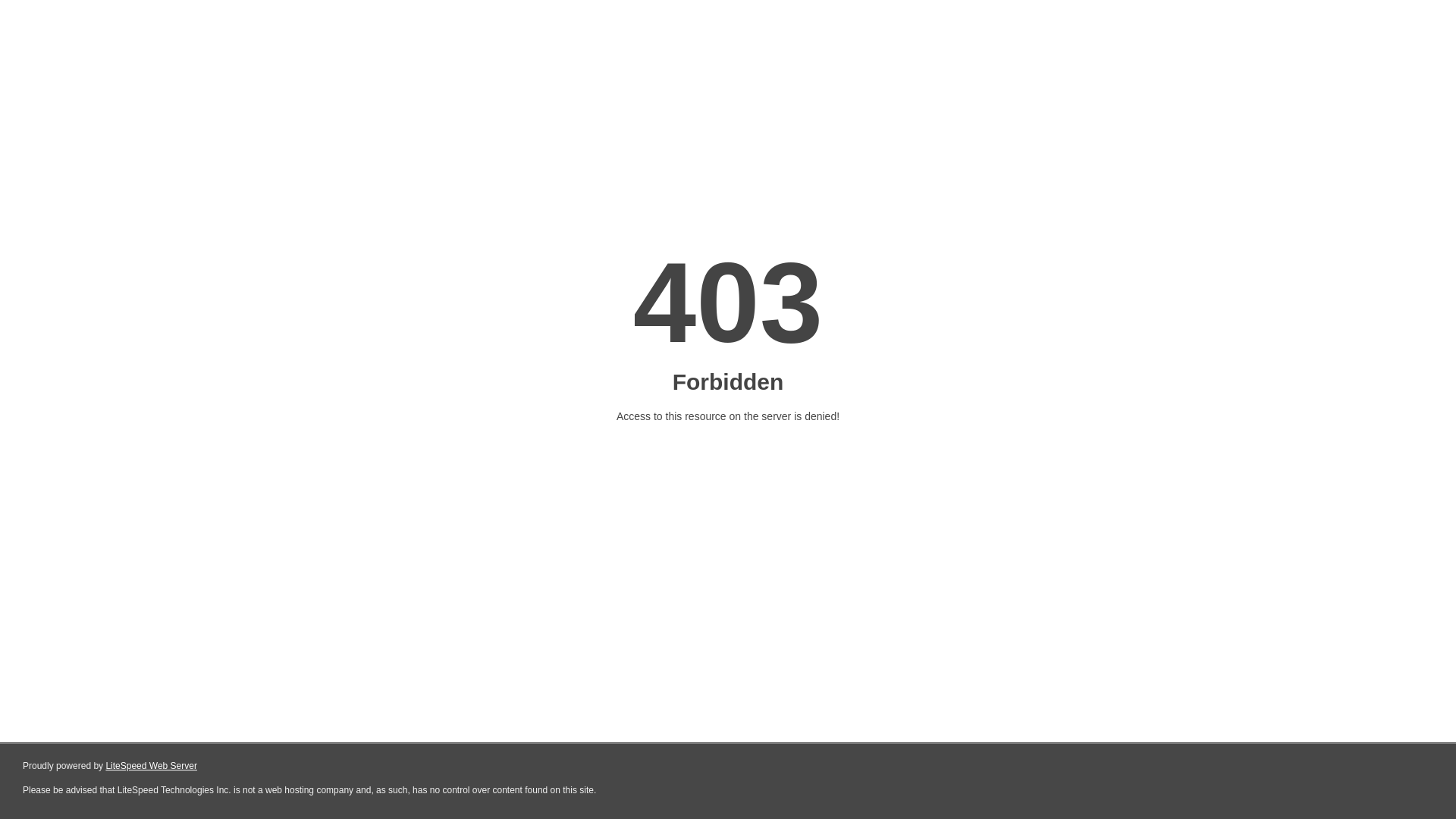 This screenshot has width=1456, height=819. Describe the element at coordinates (151, 766) in the screenshot. I see `'LiteSpeed Web Server'` at that location.